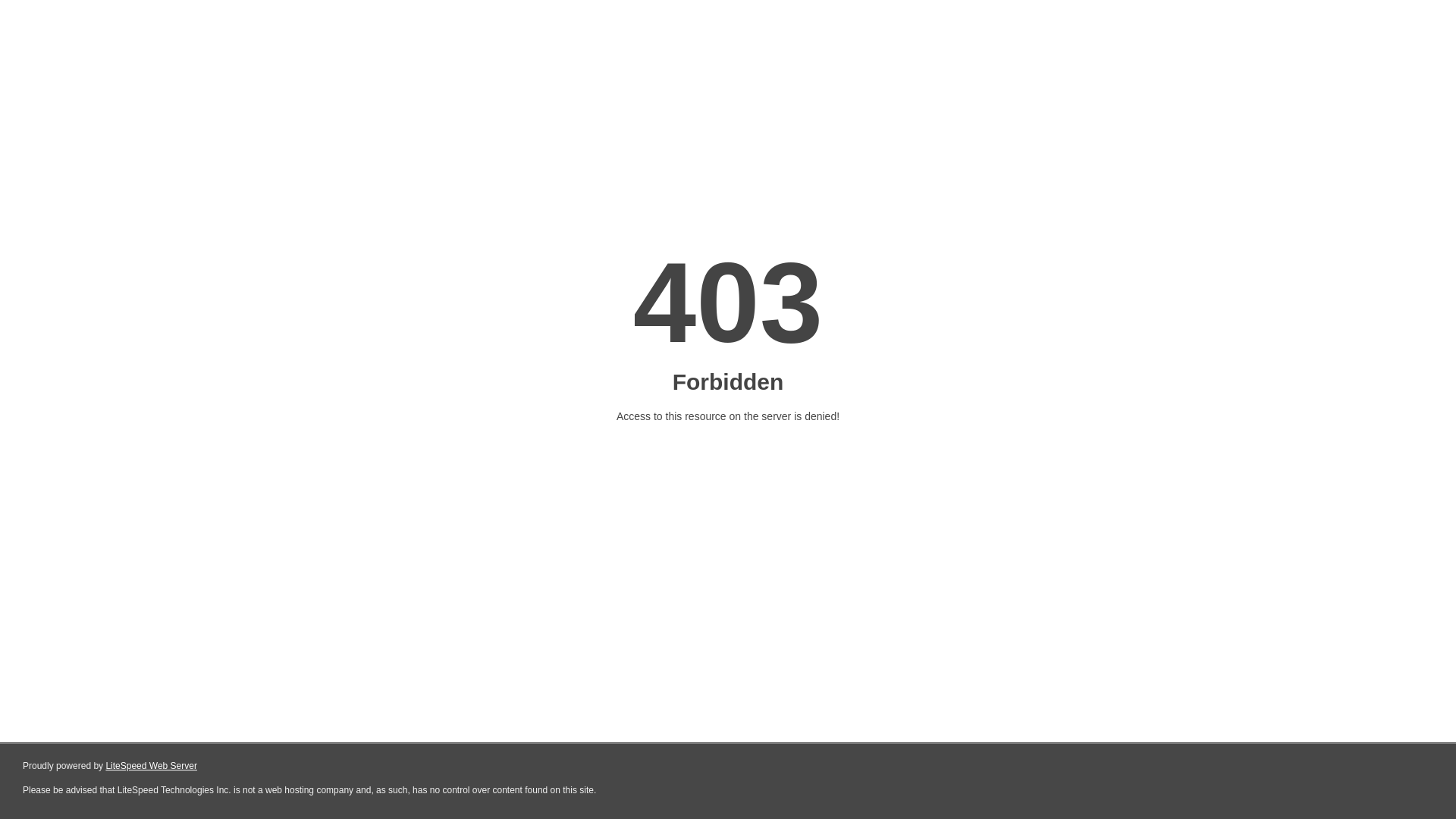 This screenshot has width=1456, height=819. Describe the element at coordinates (151, 766) in the screenshot. I see `'LiteSpeed Web Server'` at that location.